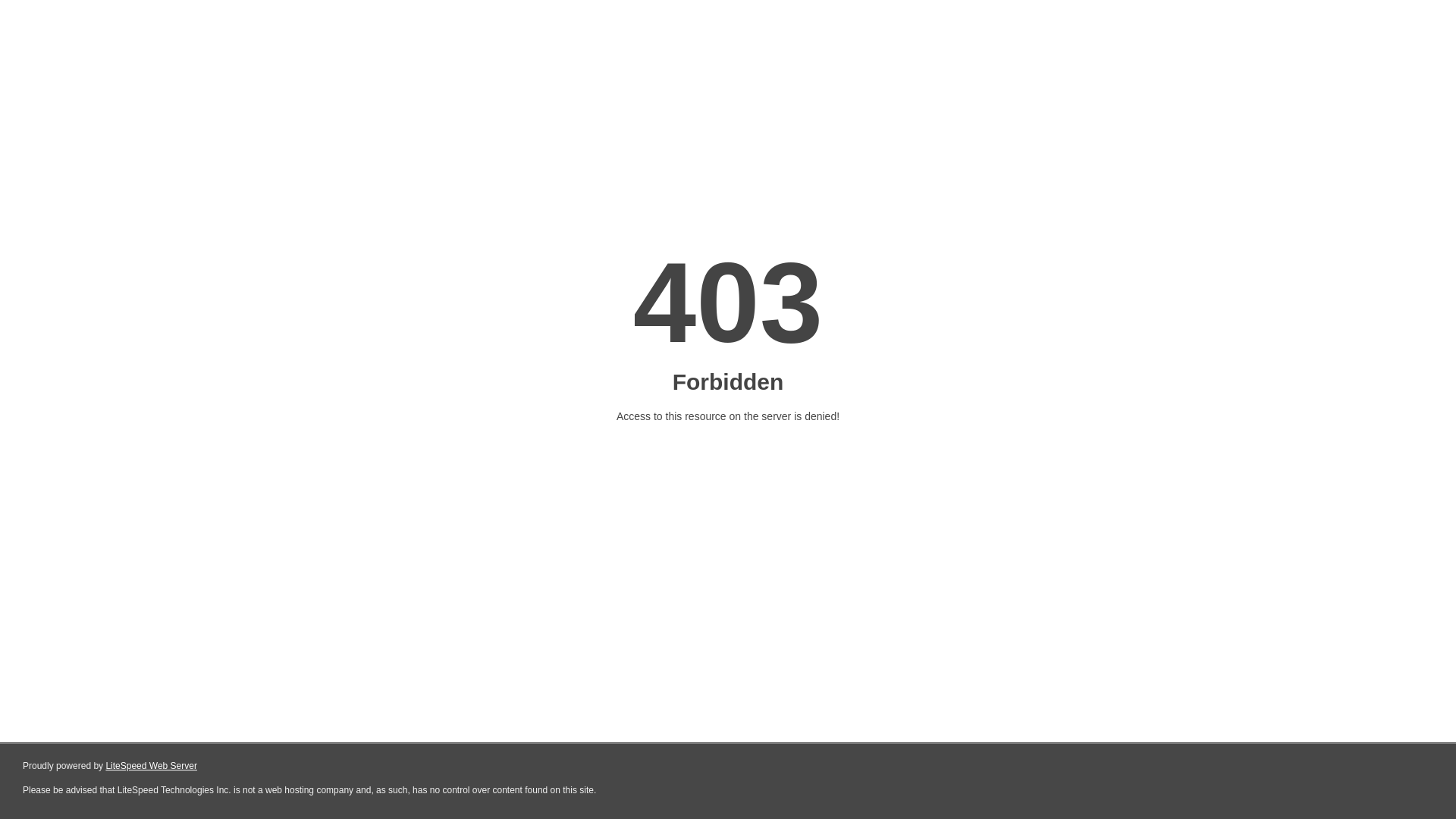 This screenshot has width=1456, height=819. Describe the element at coordinates (151, 766) in the screenshot. I see `'LiteSpeed Web Server'` at that location.